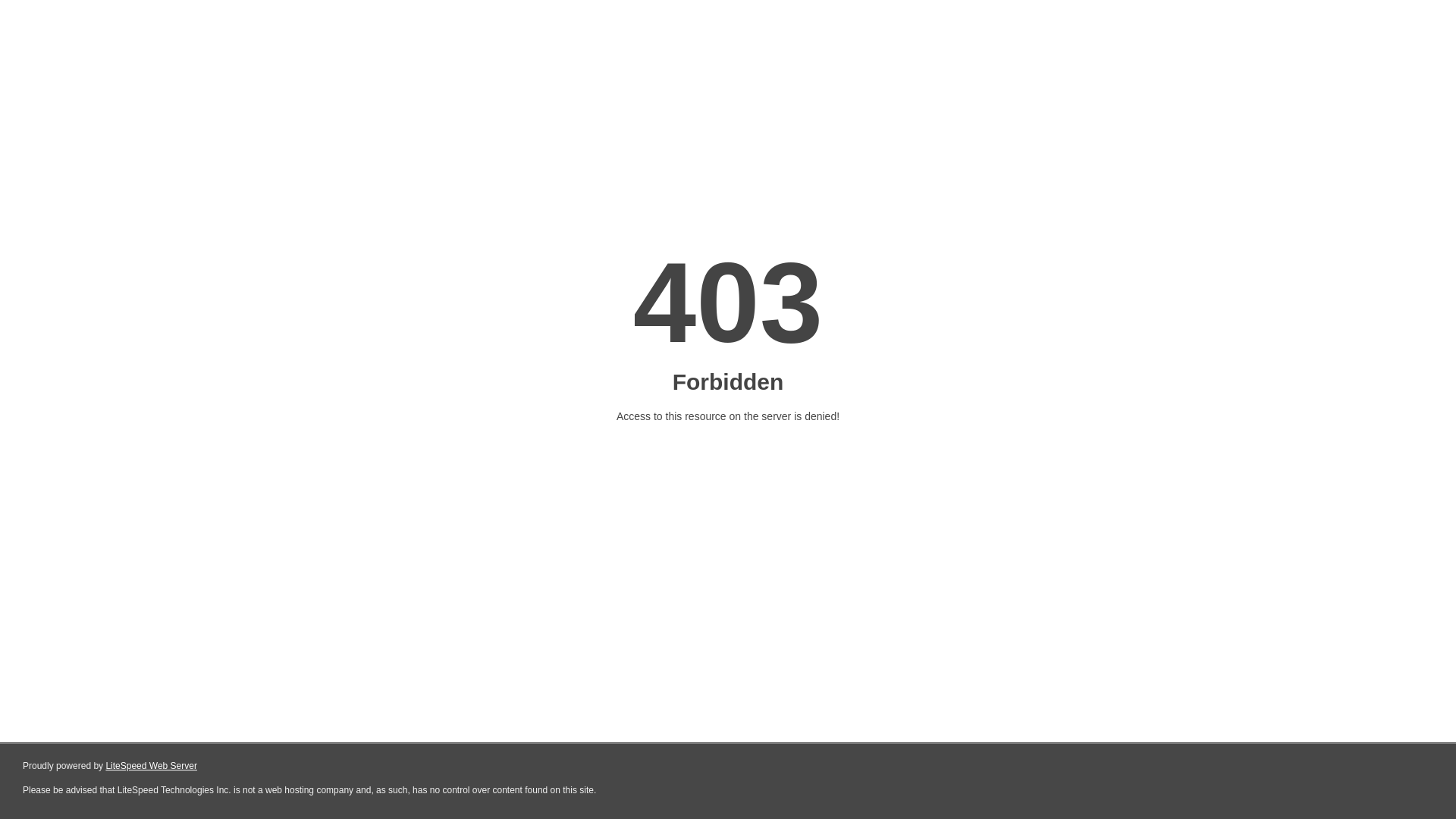 This screenshot has width=1456, height=819. Describe the element at coordinates (151, 766) in the screenshot. I see `'LiteSpeed Web Server'` at that location.